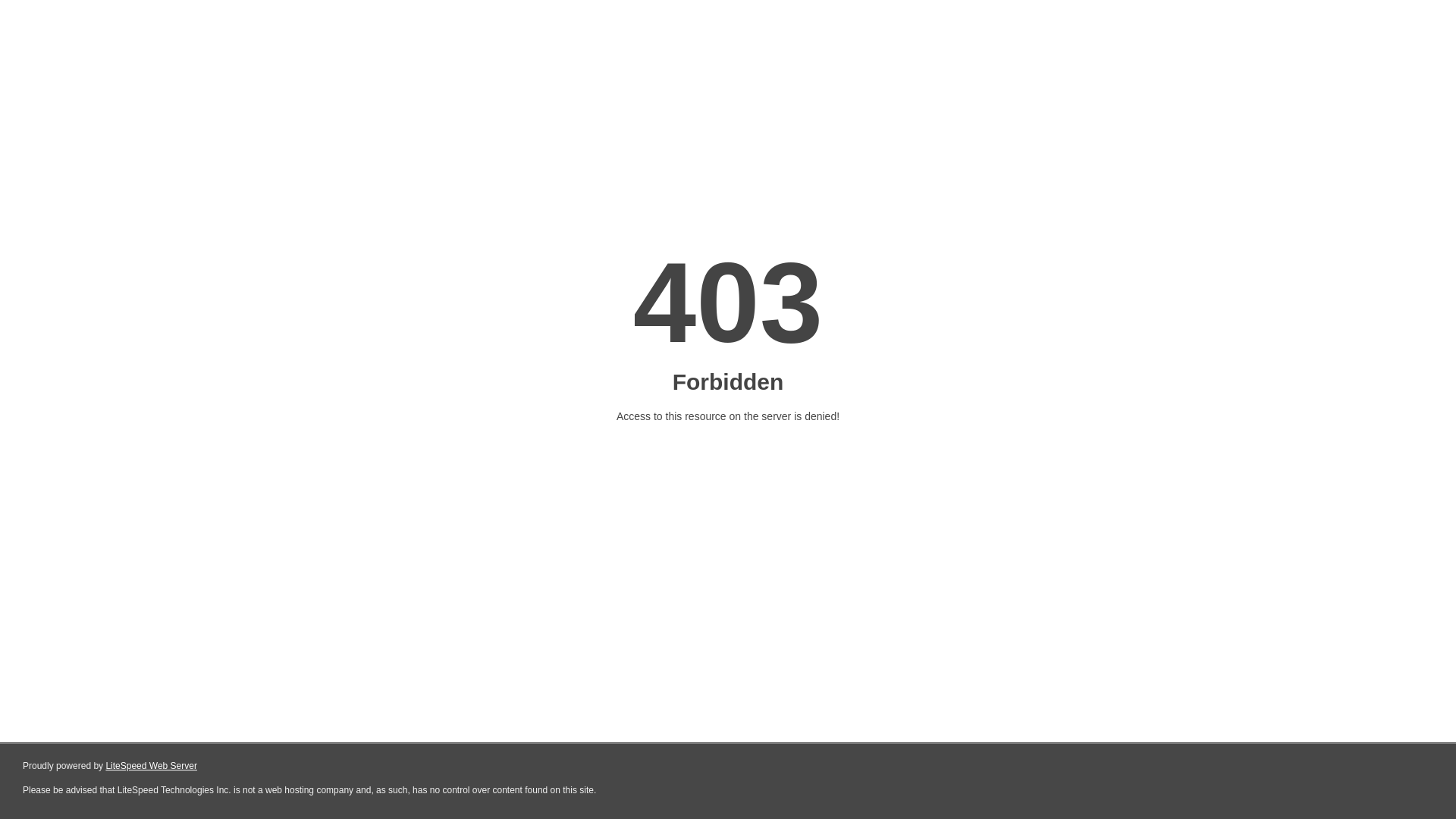 This screenshot has width=1456, height=819. Describe the element at coordinates (151, 766) in the screenshot. I see `'LiteSpeed Web Server'` at that location.